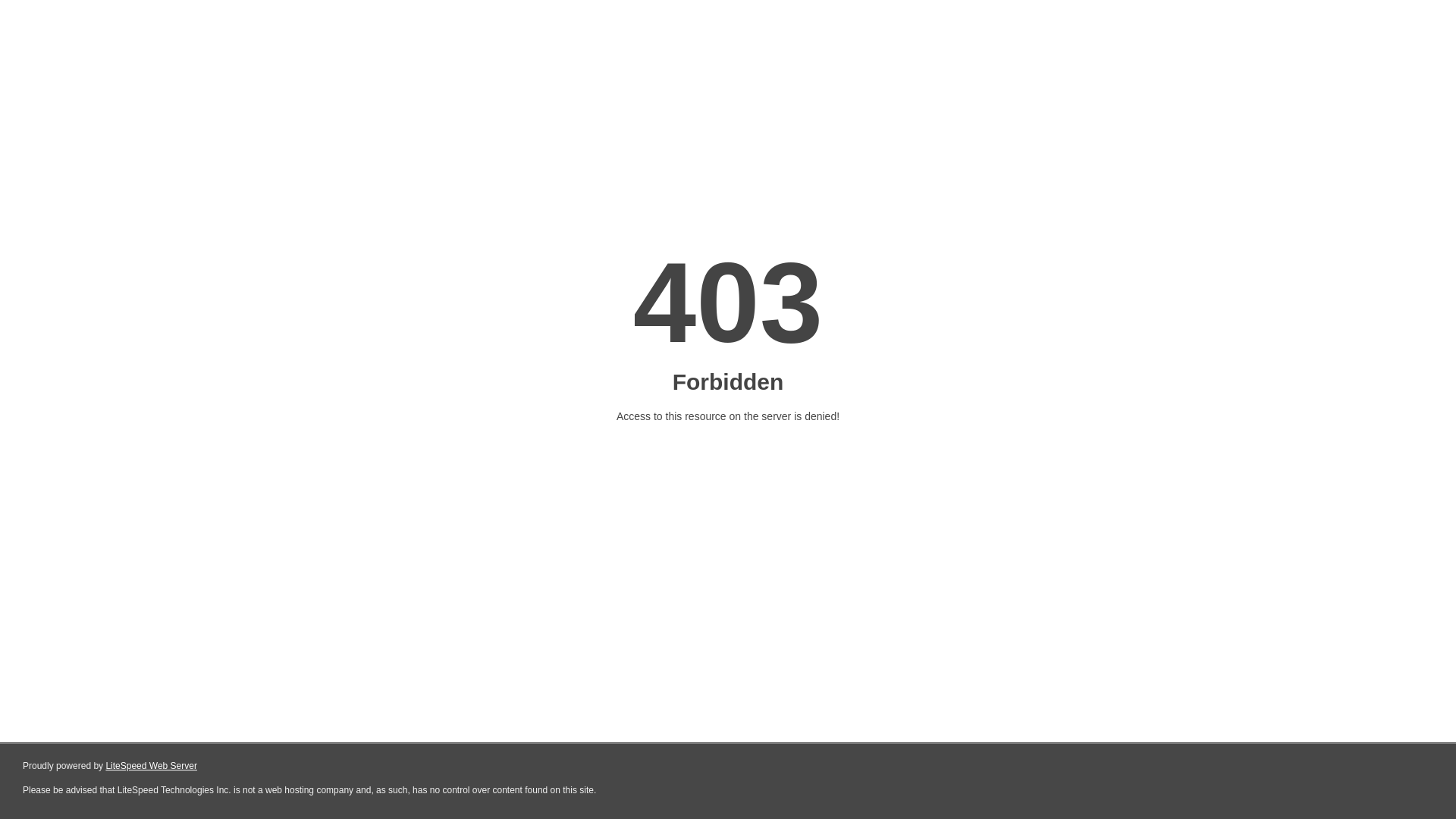 This screenshot has width=1456, height=819. Describe the element at coordinates (151, 766) in the screenshot. I see `'LiteSpeed Web Server'` at that location.